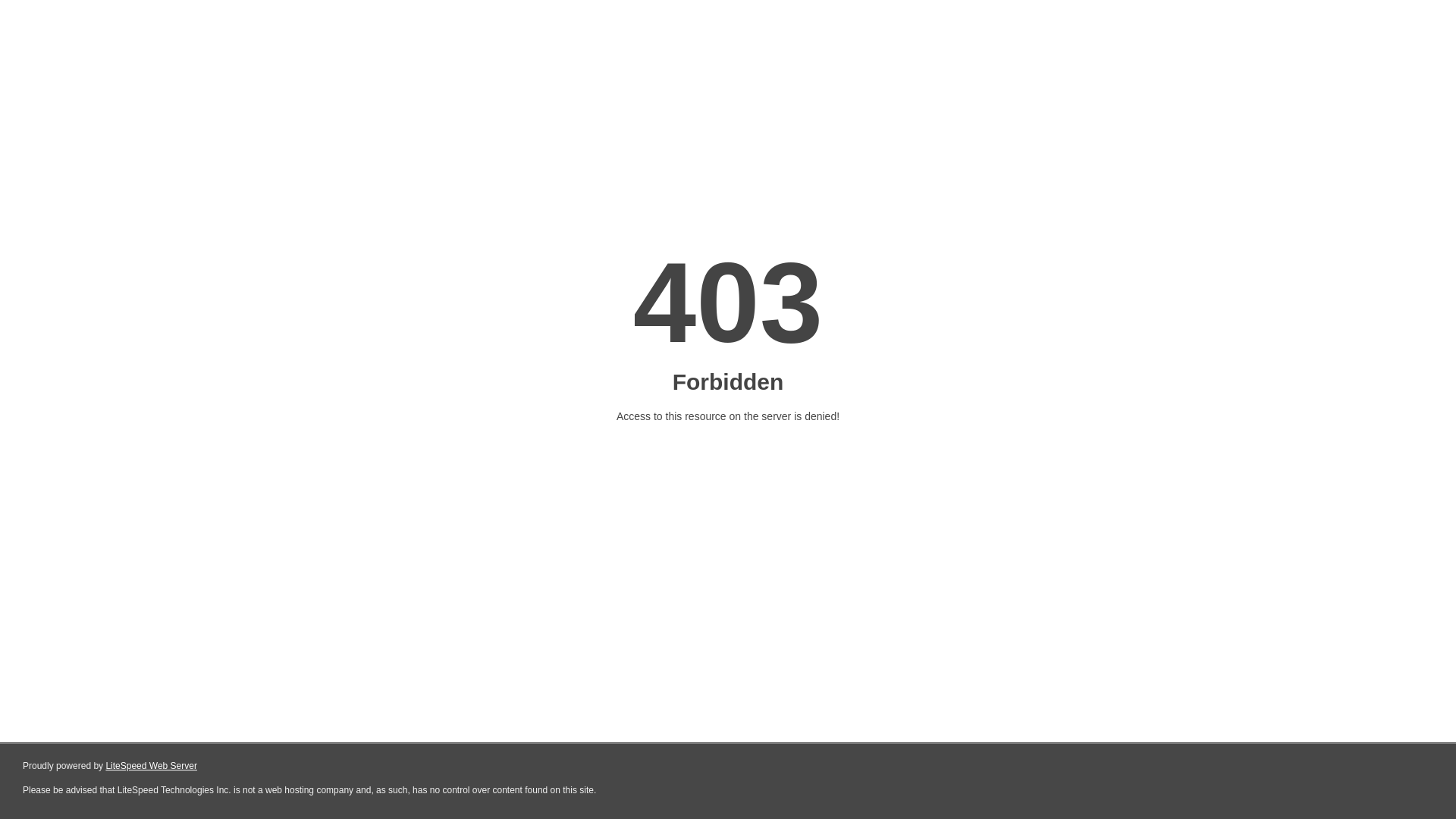 This screenshot has width=1456, height=819. Describe the element at coordinates (151, 766) in the screenshot. I see `'LiteSpeed Web Server'` at that location.